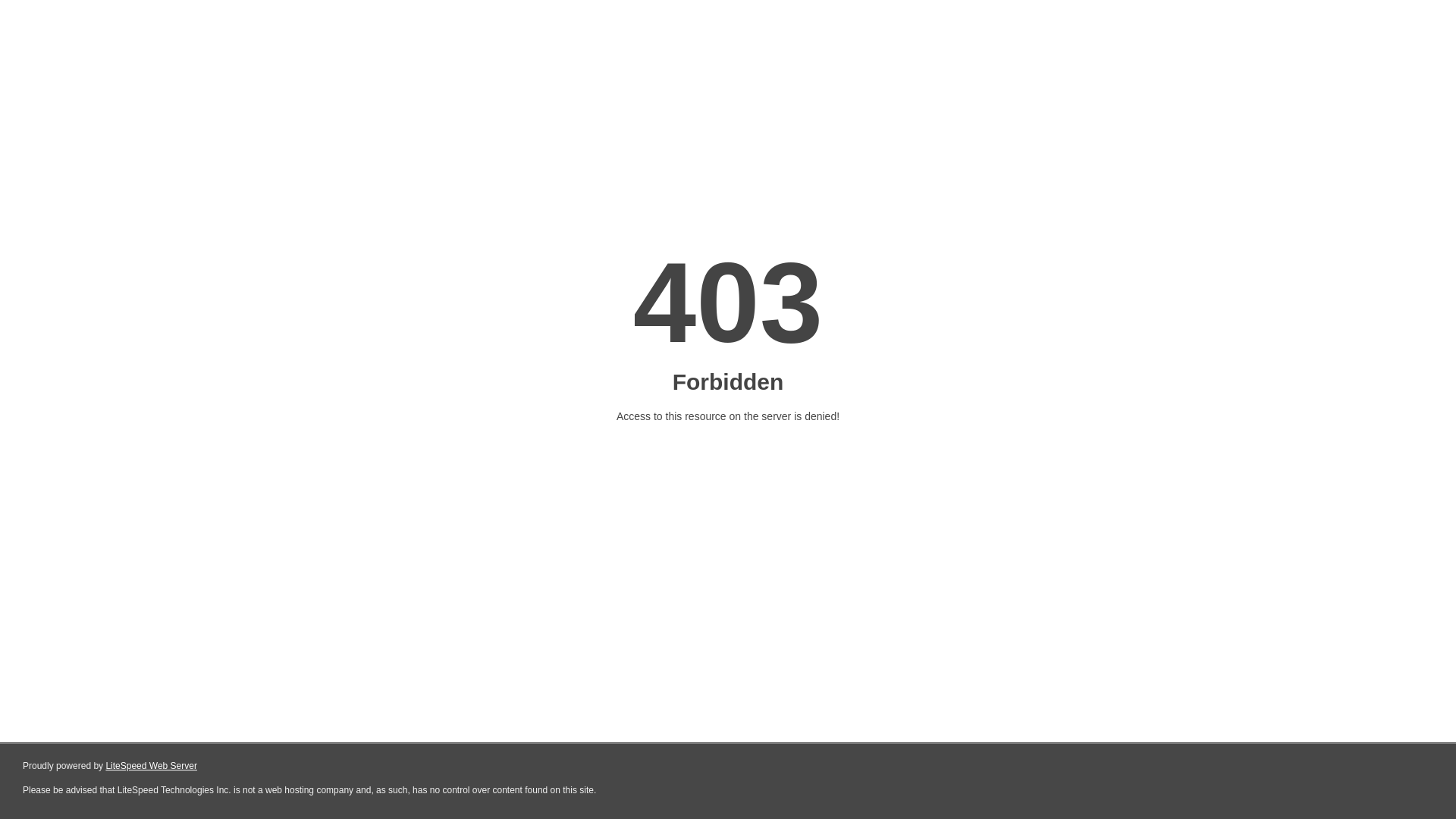 This screenshot has width=1456, height=819. Describe the element at coordinates (151, 766) in the screenshot. I see `'LiteSpeed Web Server'` at that location.